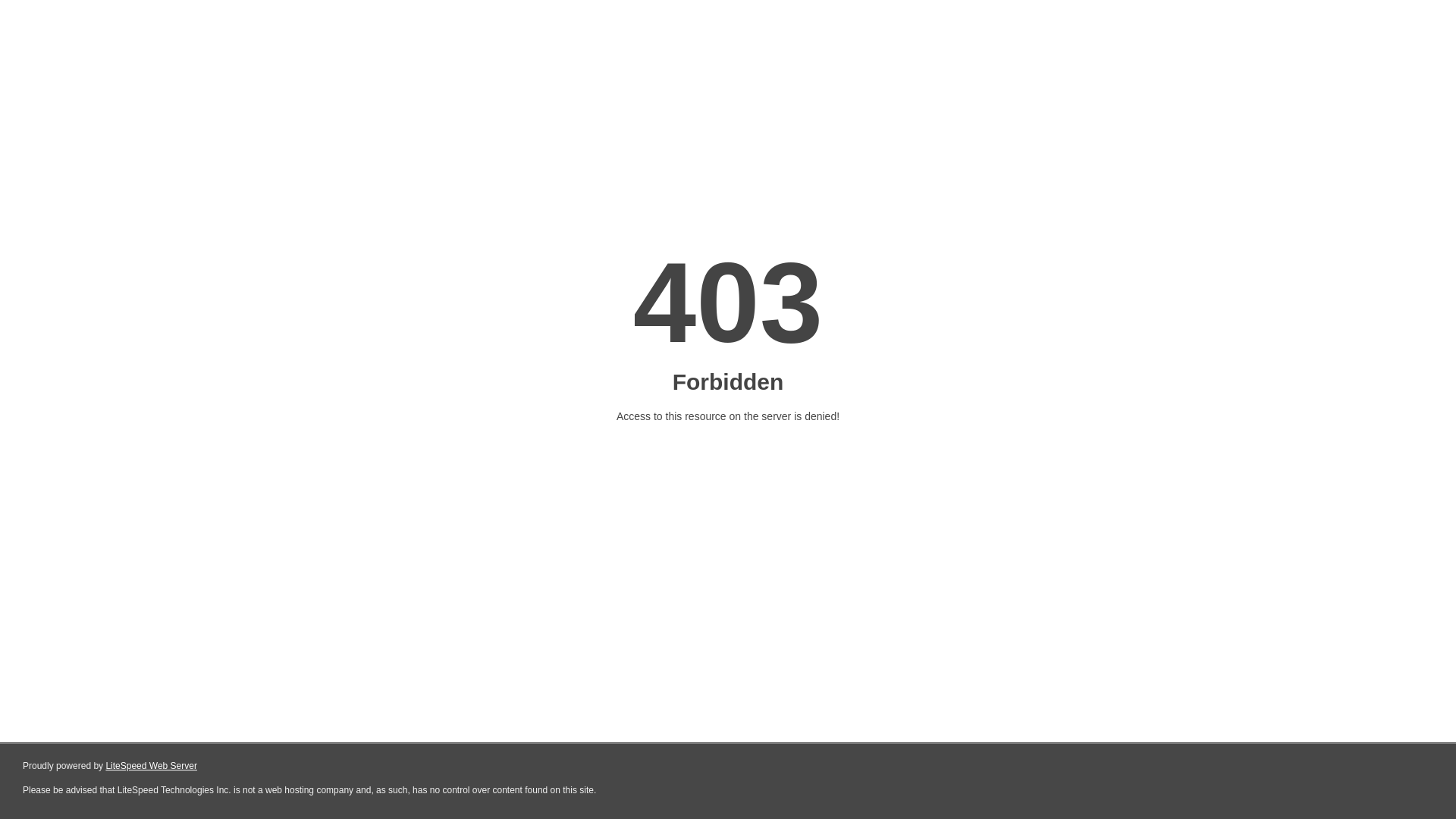 This screenshot has width=1456, height=819. Describe the element at coordinates (151, 766) in the screenshot. I see `'LiteSpeed Web Server'` at that location.